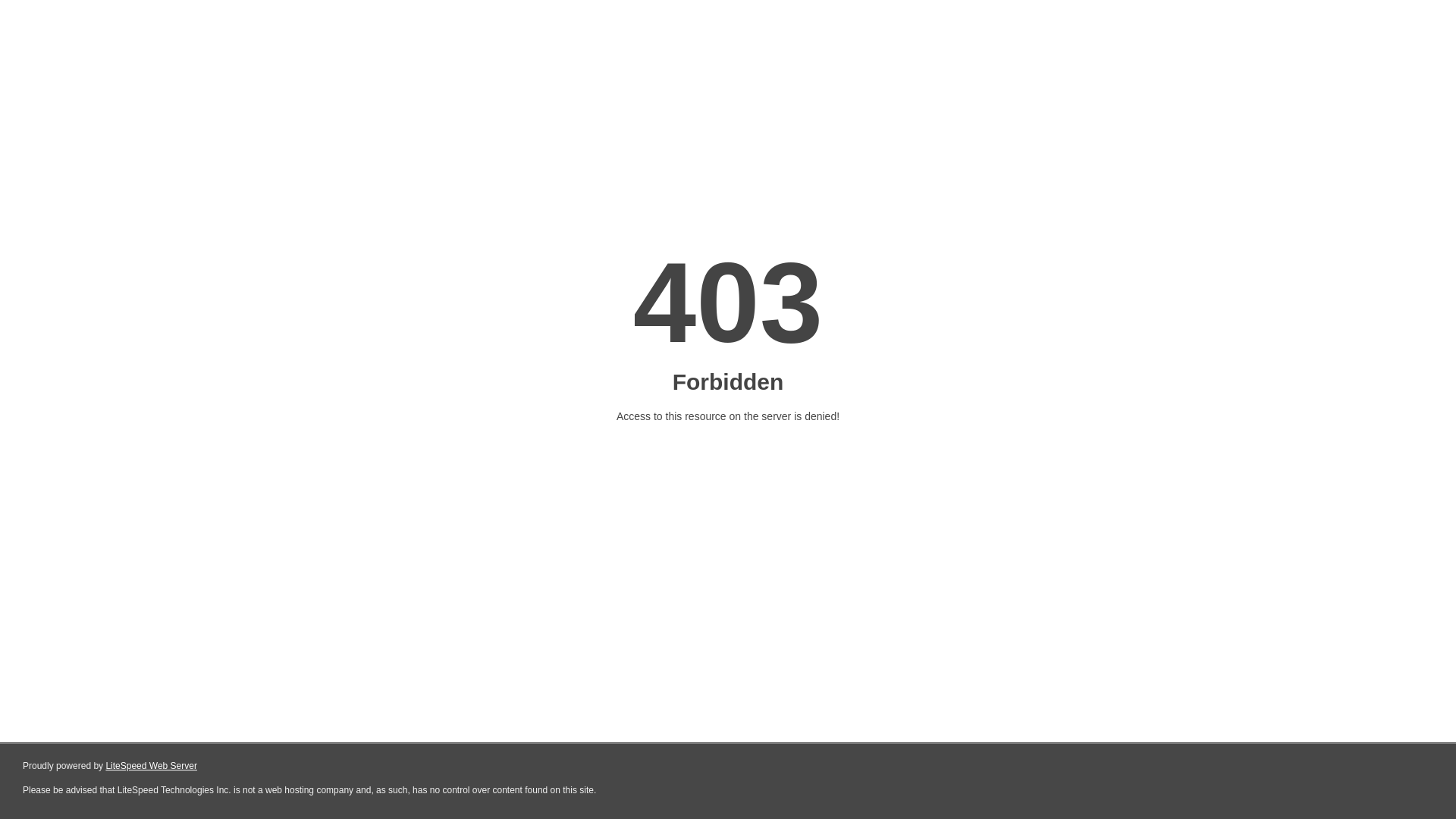 This screenshot has width=1456, height=819. Describe the element at coordinates (151, 766) in the screenshot. I see `'LiteSpeed Web Server'` at that location.